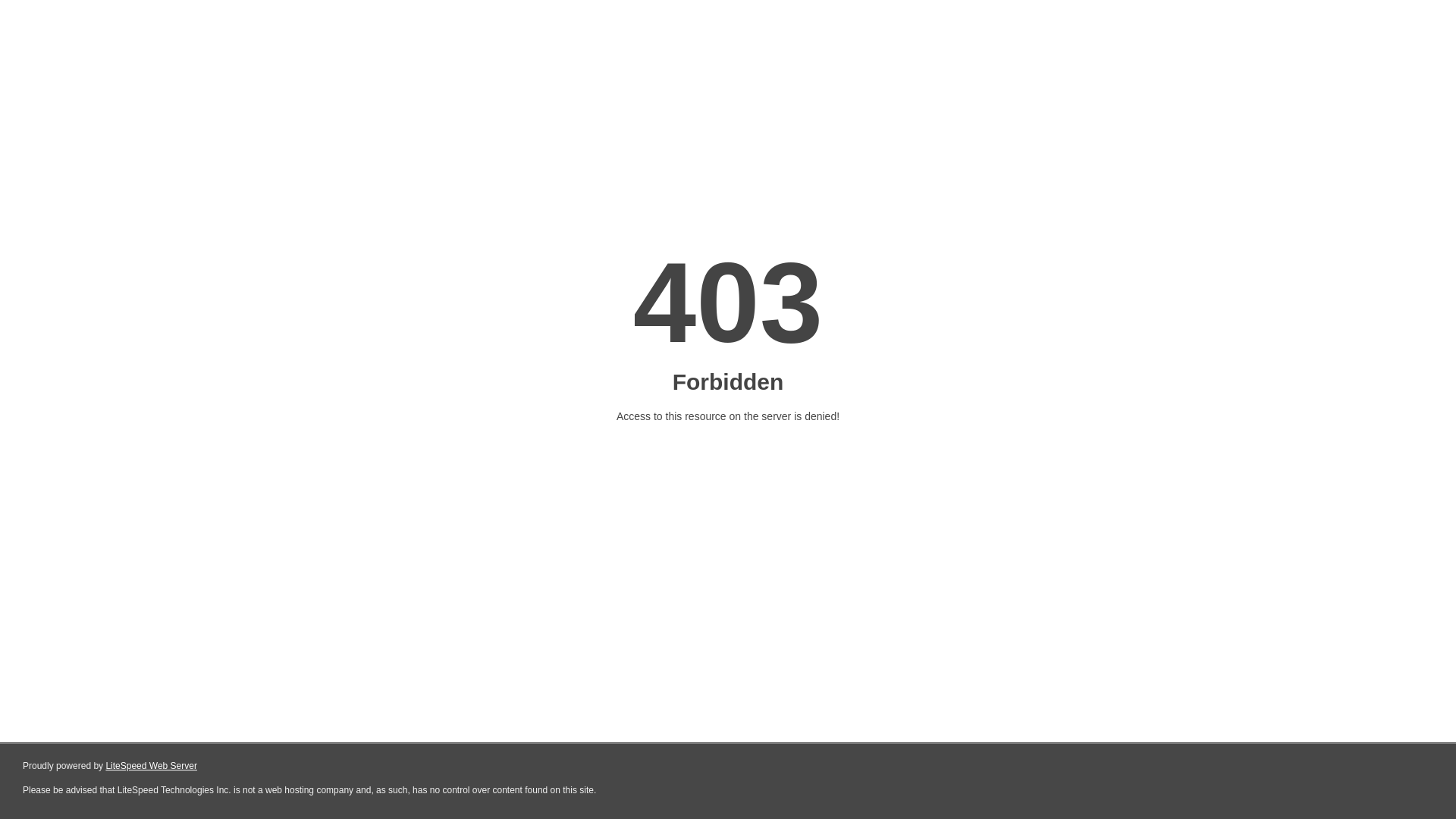 This screenshot has width=1456, height=819. Describe the element at coordinates (151, 766) in the screenshot. I see `'LiteSpeed Web Server'` at that location.